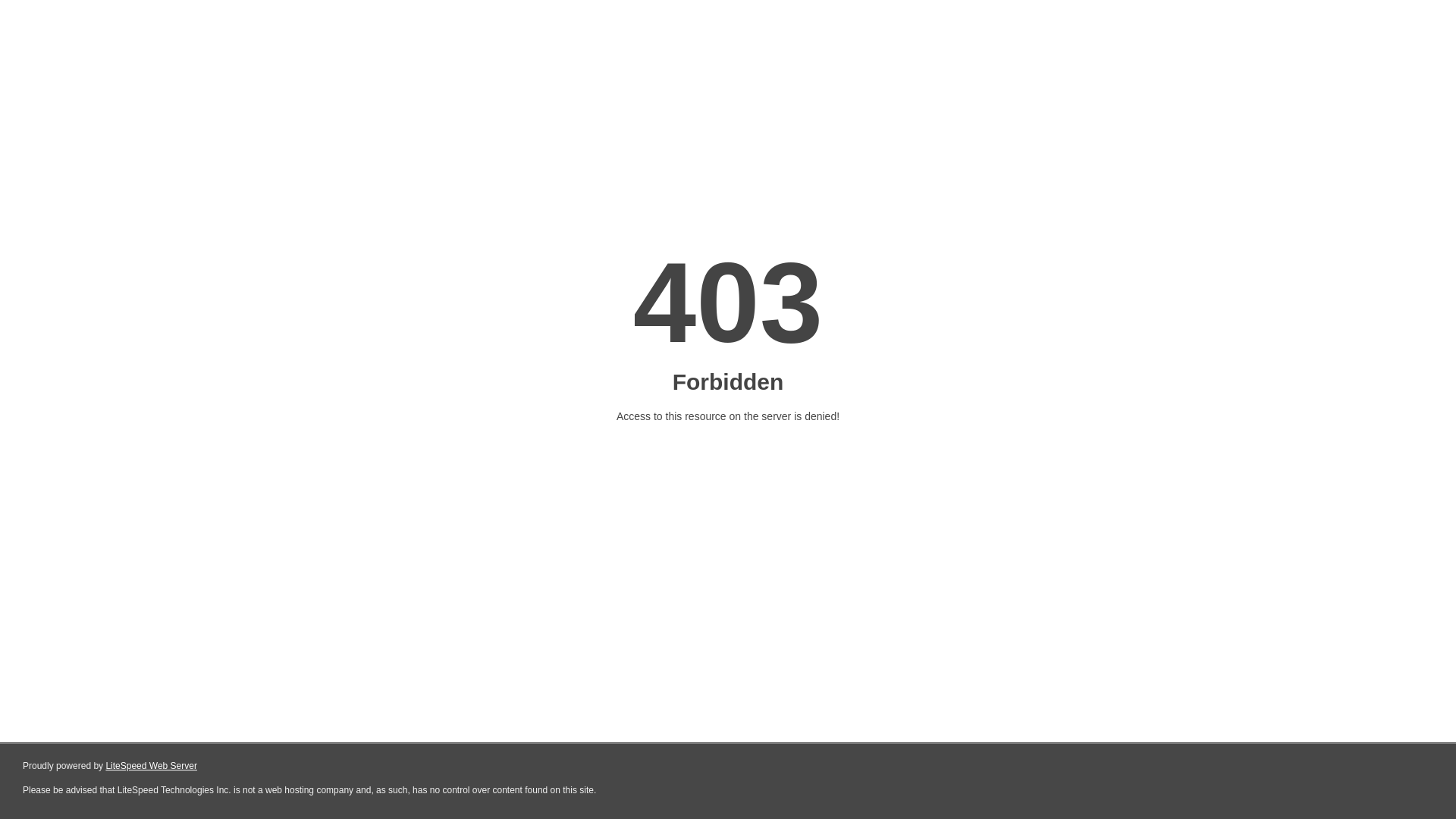 This screenshot has width=1456, height=819. Describe the element at coordinates (151, 766) in the screenshot. I see `'LiteSpeed Web Server'` at that location.